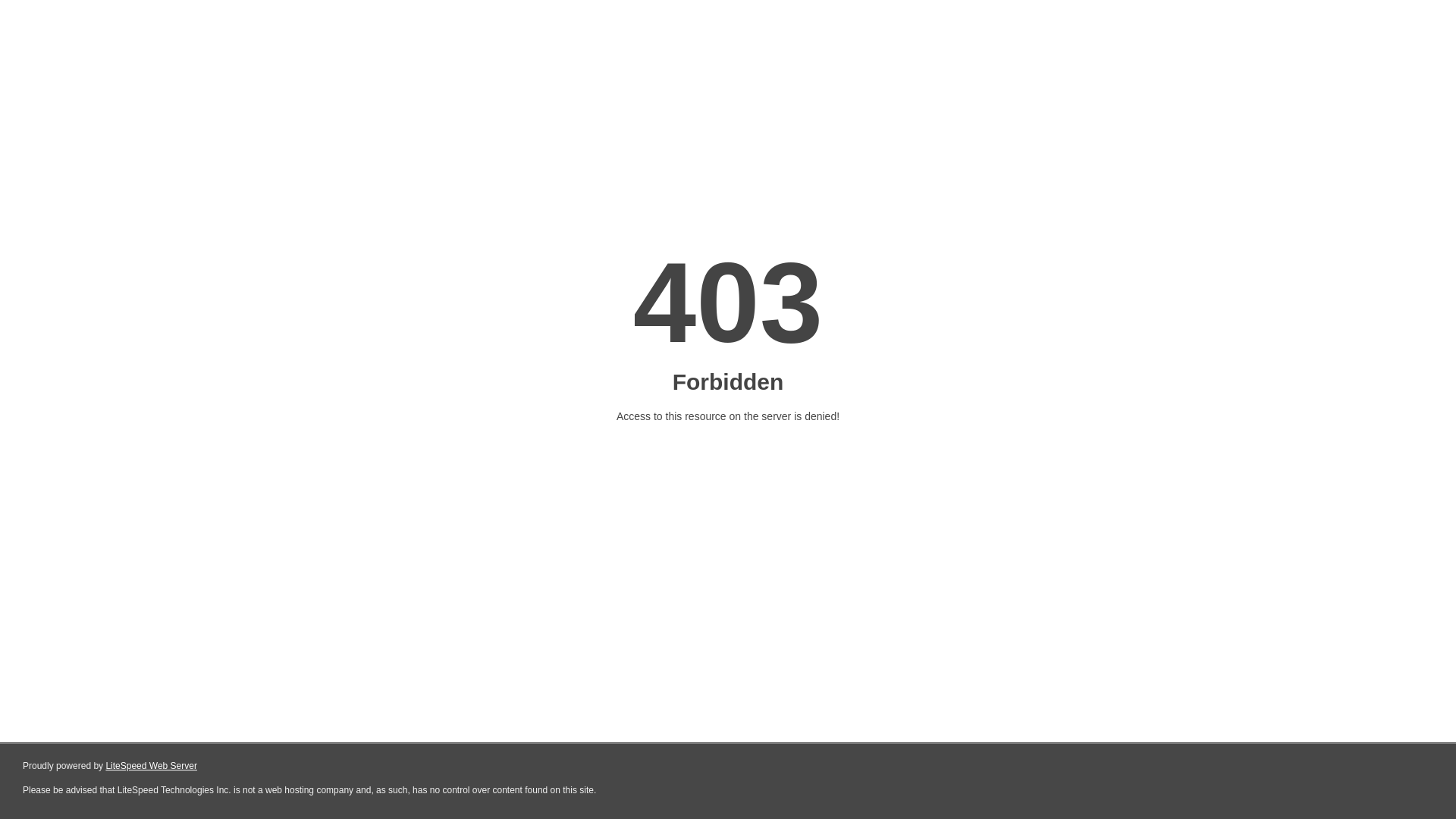 This screenshot has width=1456, height=819. Describe the element at coordinates (151, 766) in the screenshot. I see `'LiteSpeed Web Server'` at that location.